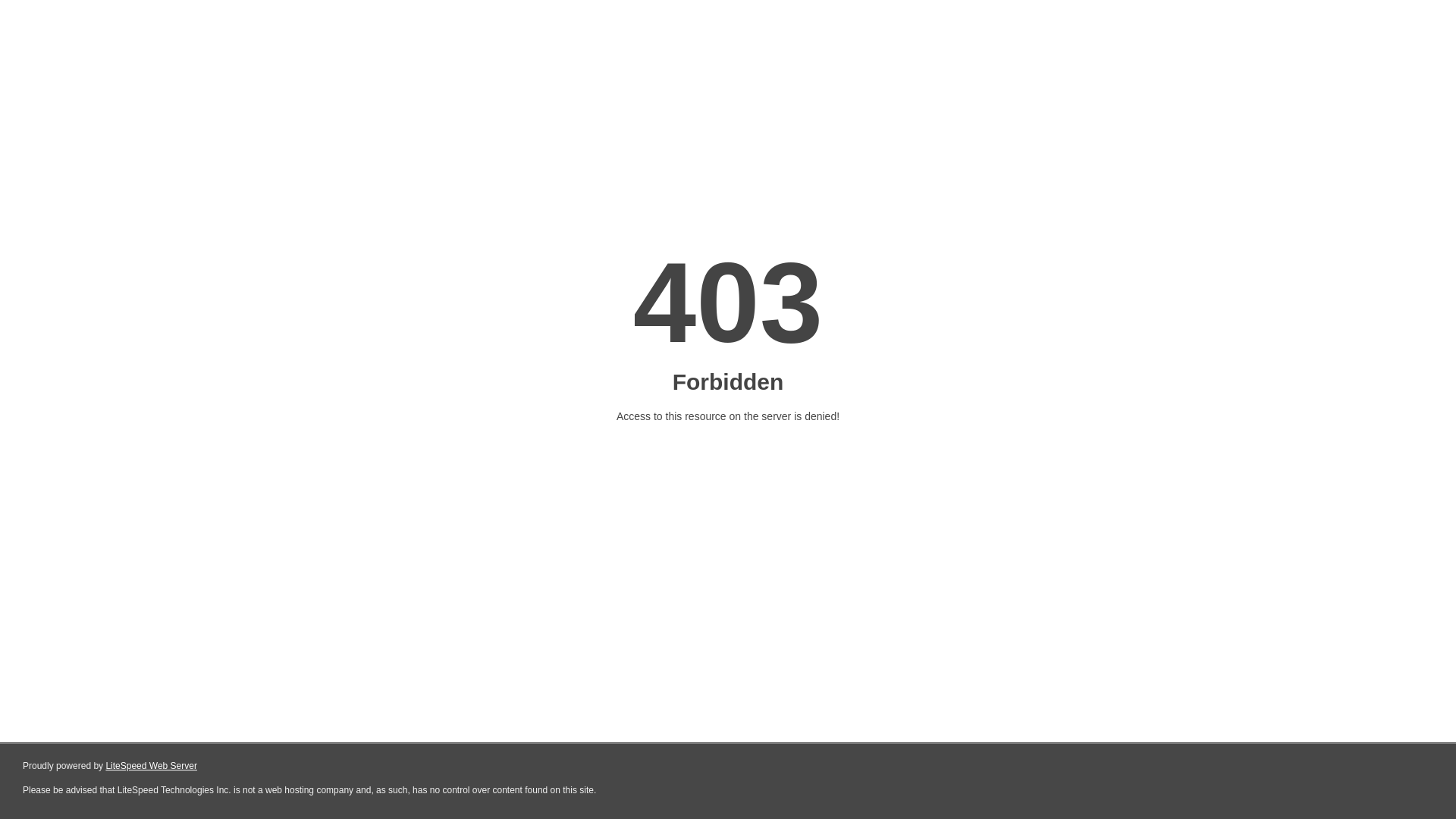 This screenshot has width=1456, height=819. Describe the element at coordinates (151, 766) in the screenshot. I see `'LiteSpeed Web Server'` at that location.